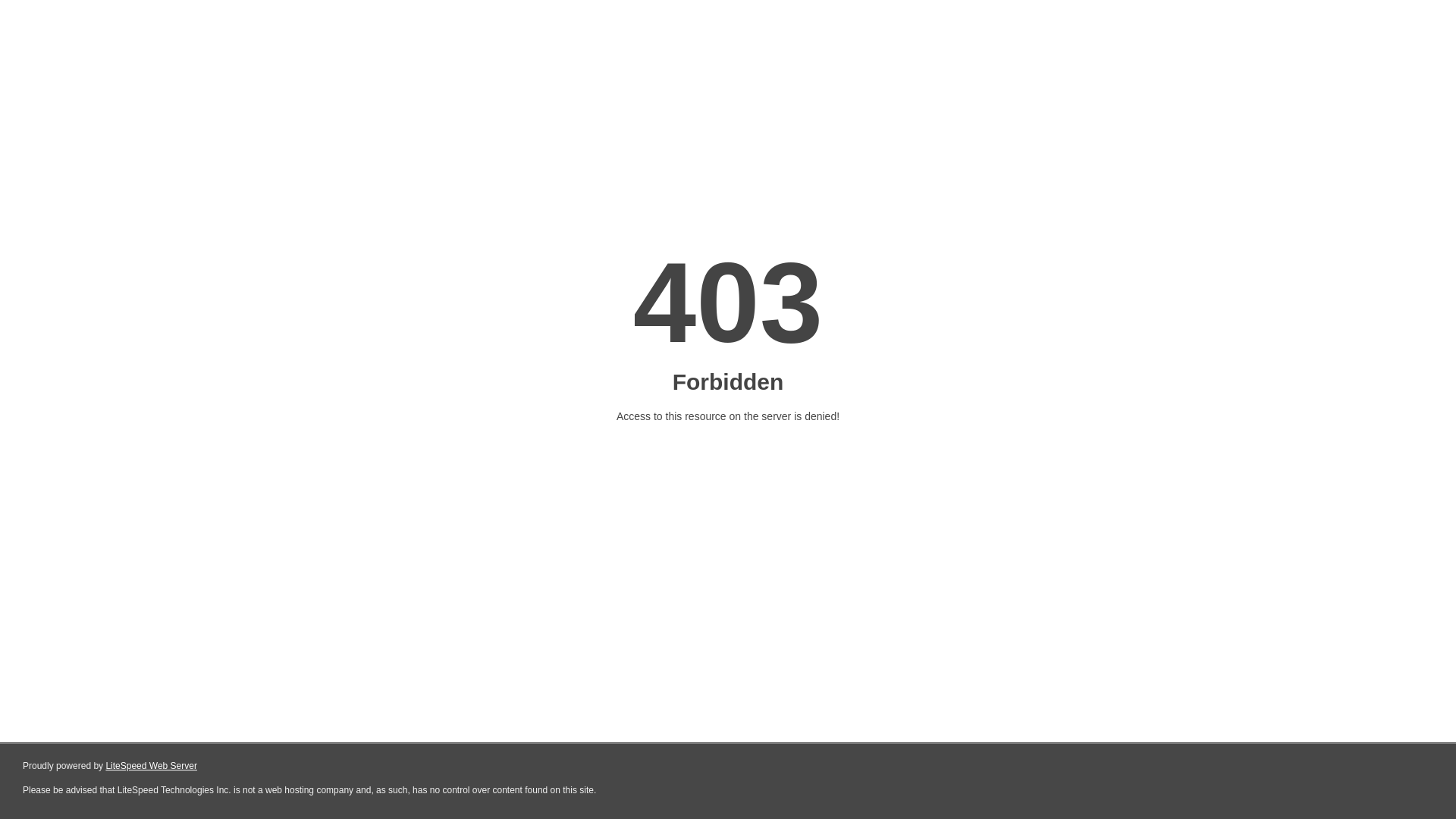 This screenshot has width=1456, height=819. Describe the element at coordinates (151, 766) in the screenshot. I see `'LiteSpeed Web Server'` at that location.